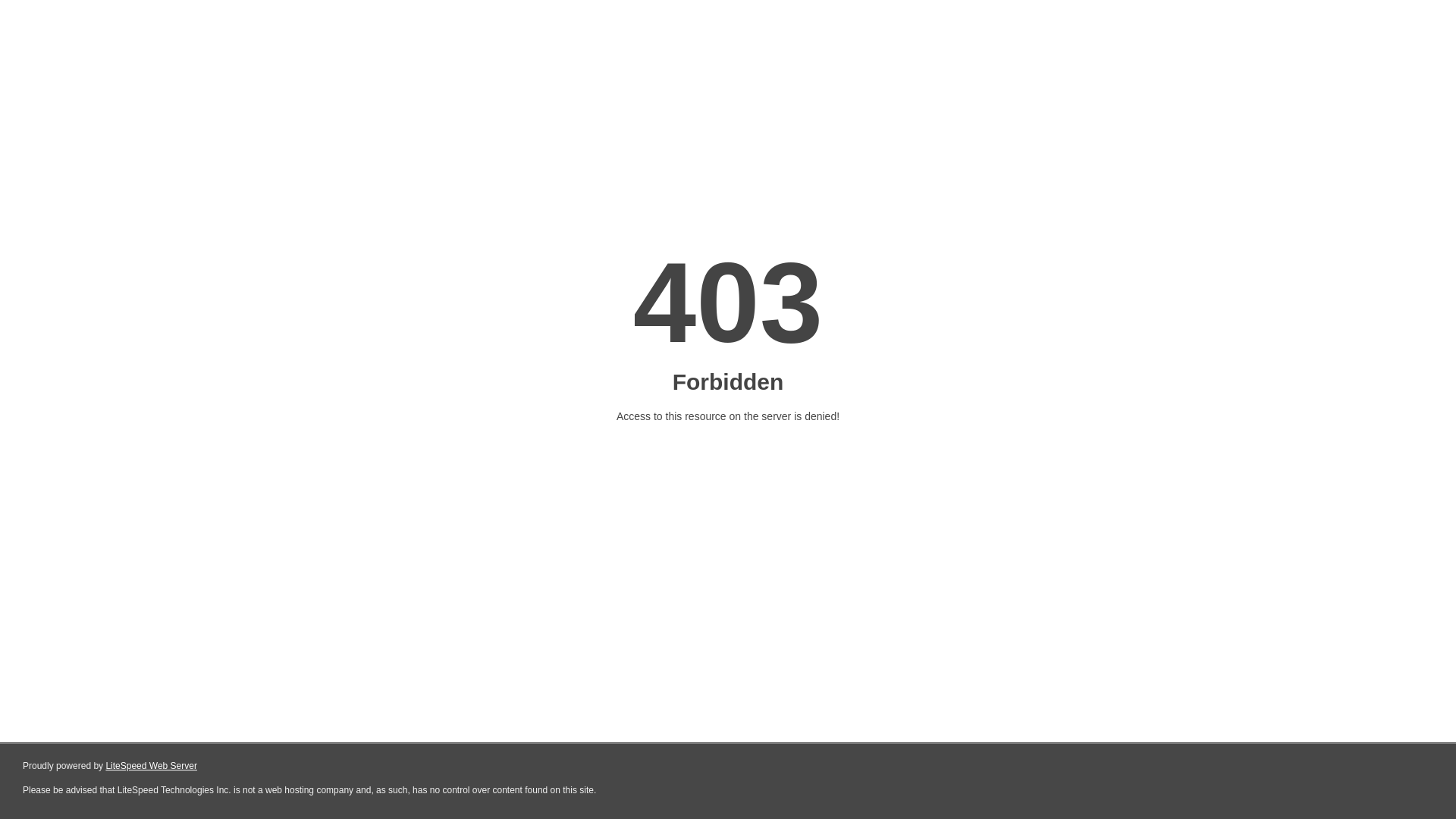 This screenshot has width=1456, height=819. Describe the element at coordinates (151, 766) in the screenshot. I see `'LiteSpeed Web Server'` at that location.